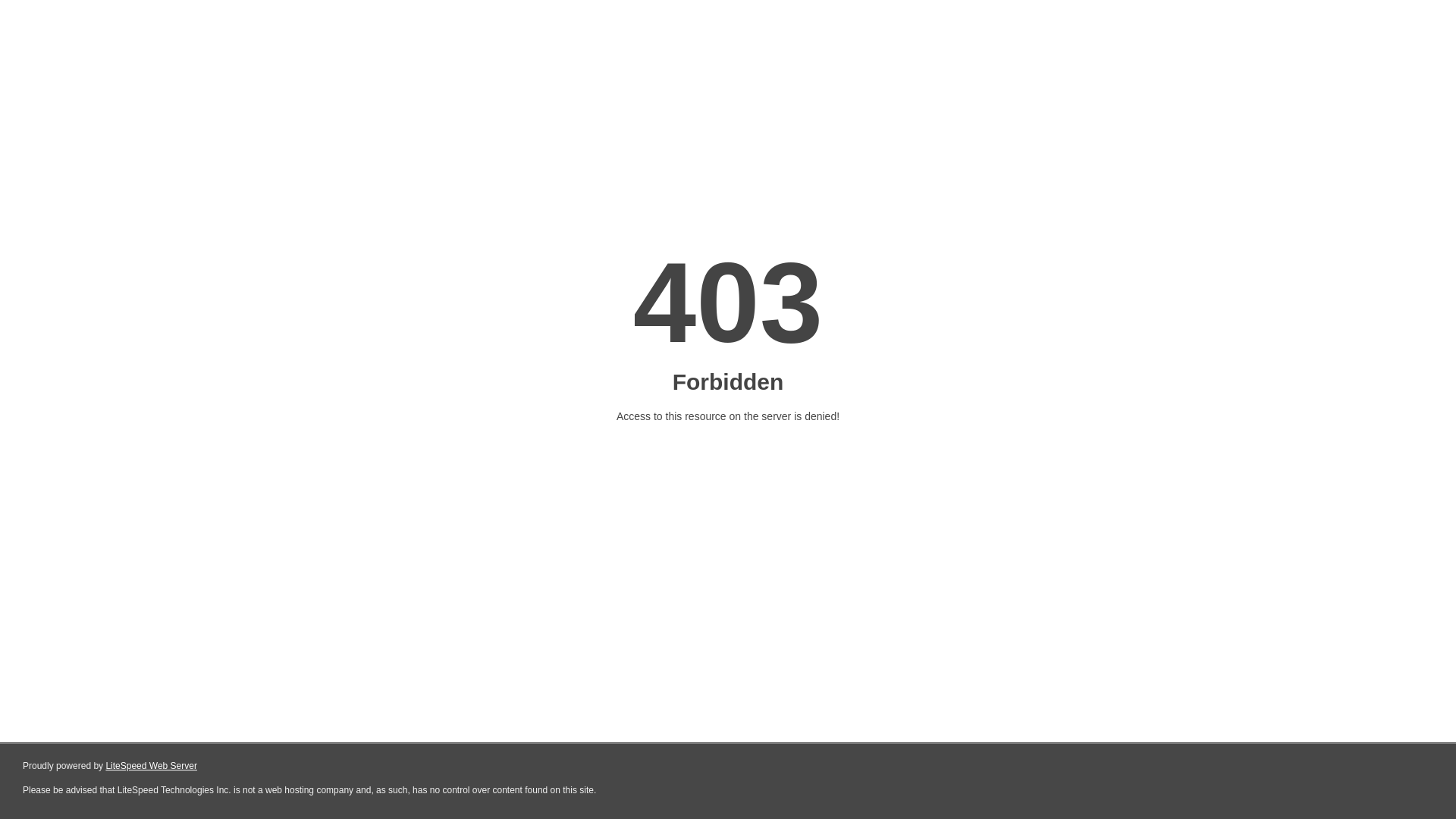 This screenshot has width=1456, height=819. Describe the element at coordinates (151, 766) in the screenshot. I see `'LiteSpeed Web Server'` at that location.